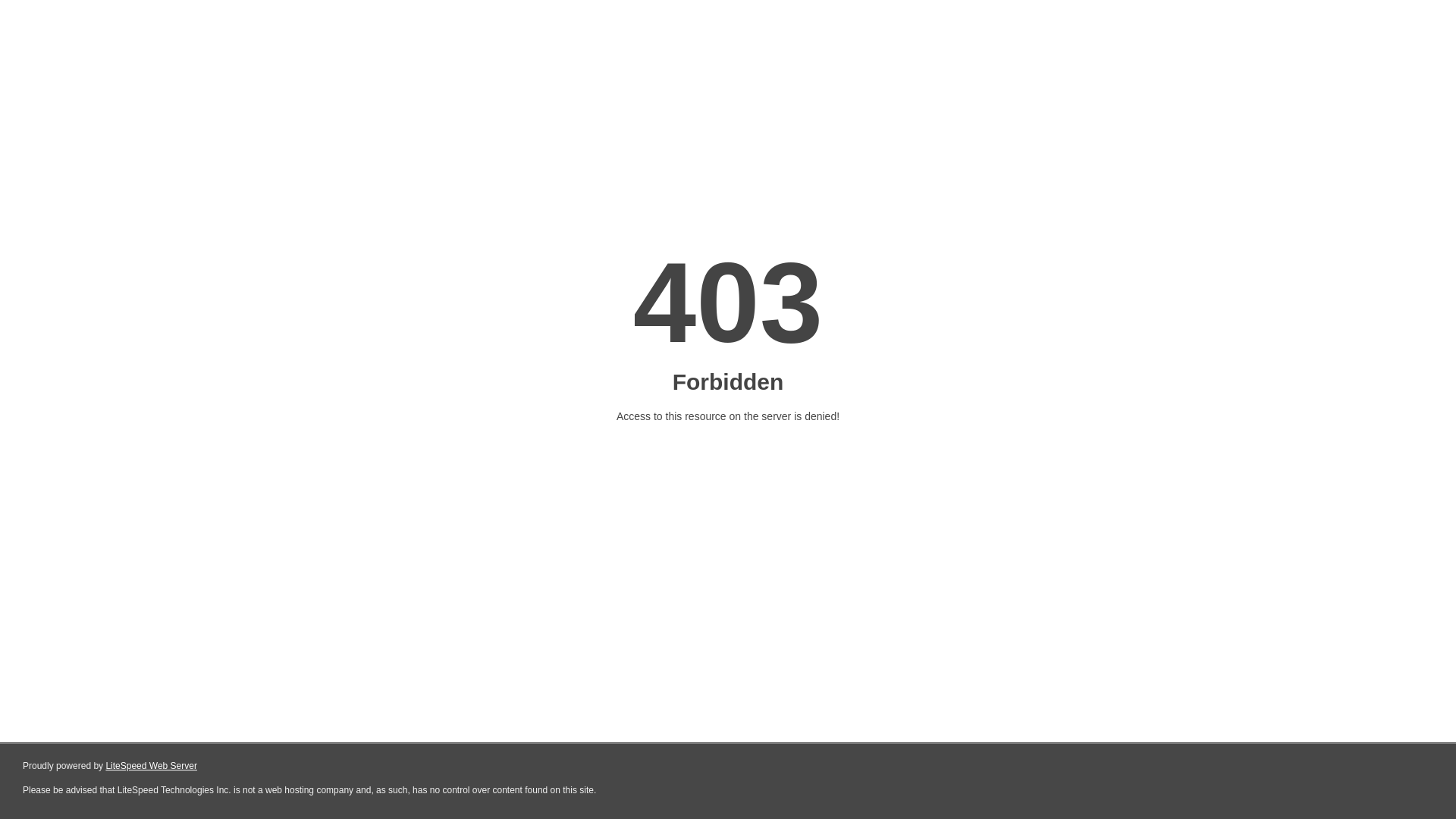 This screenshot has width=1456, height=819. Describe the element at coordinates (151, 766) in the screenshot. I see `'LiteSpeed Web Server'` at that location.